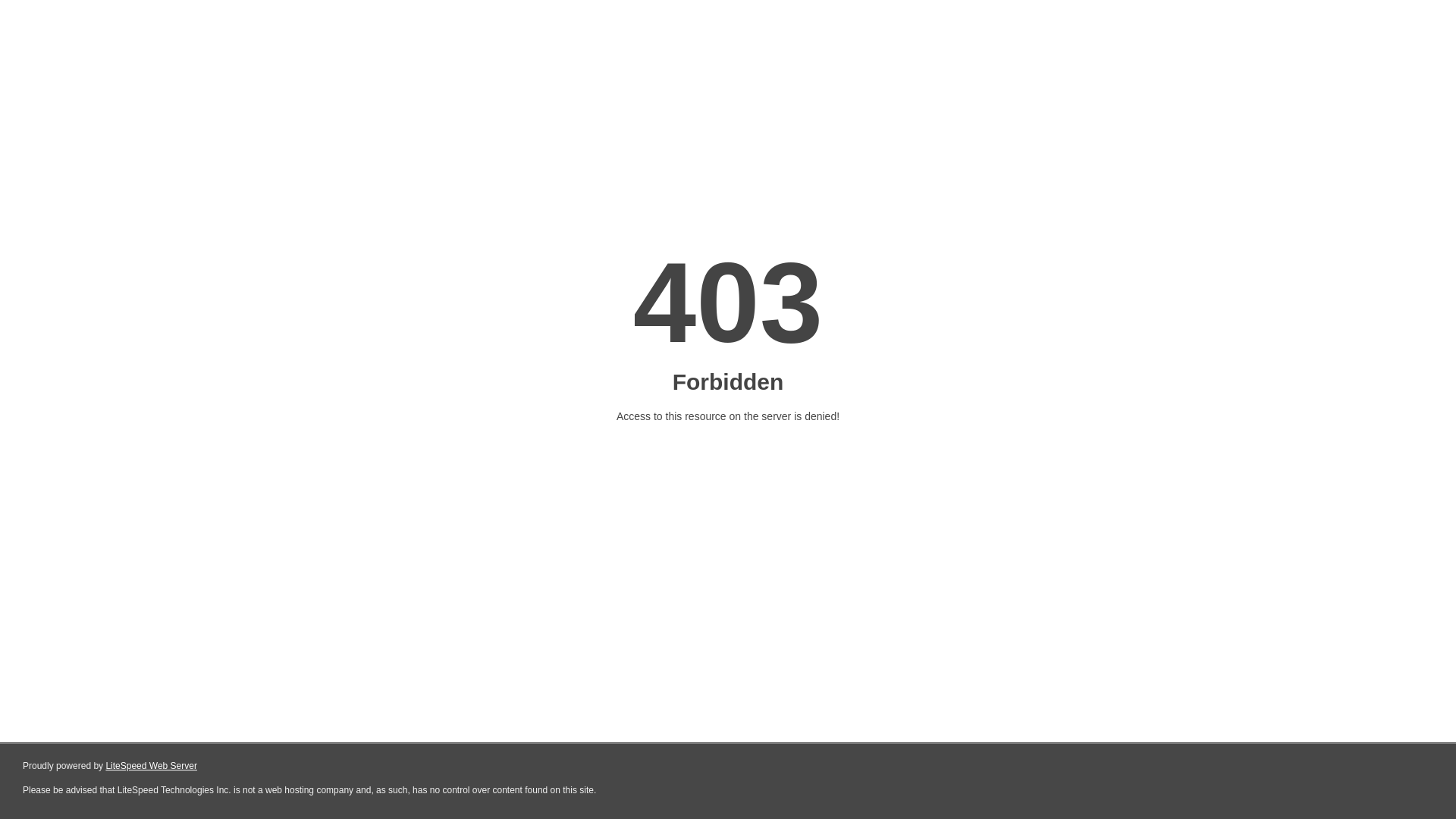 This screenshot has width=1456, height=819. Describe the element at coordinates (151, 766) in the screenshot. I see `'LiteSpeed Web Server'` at that location.